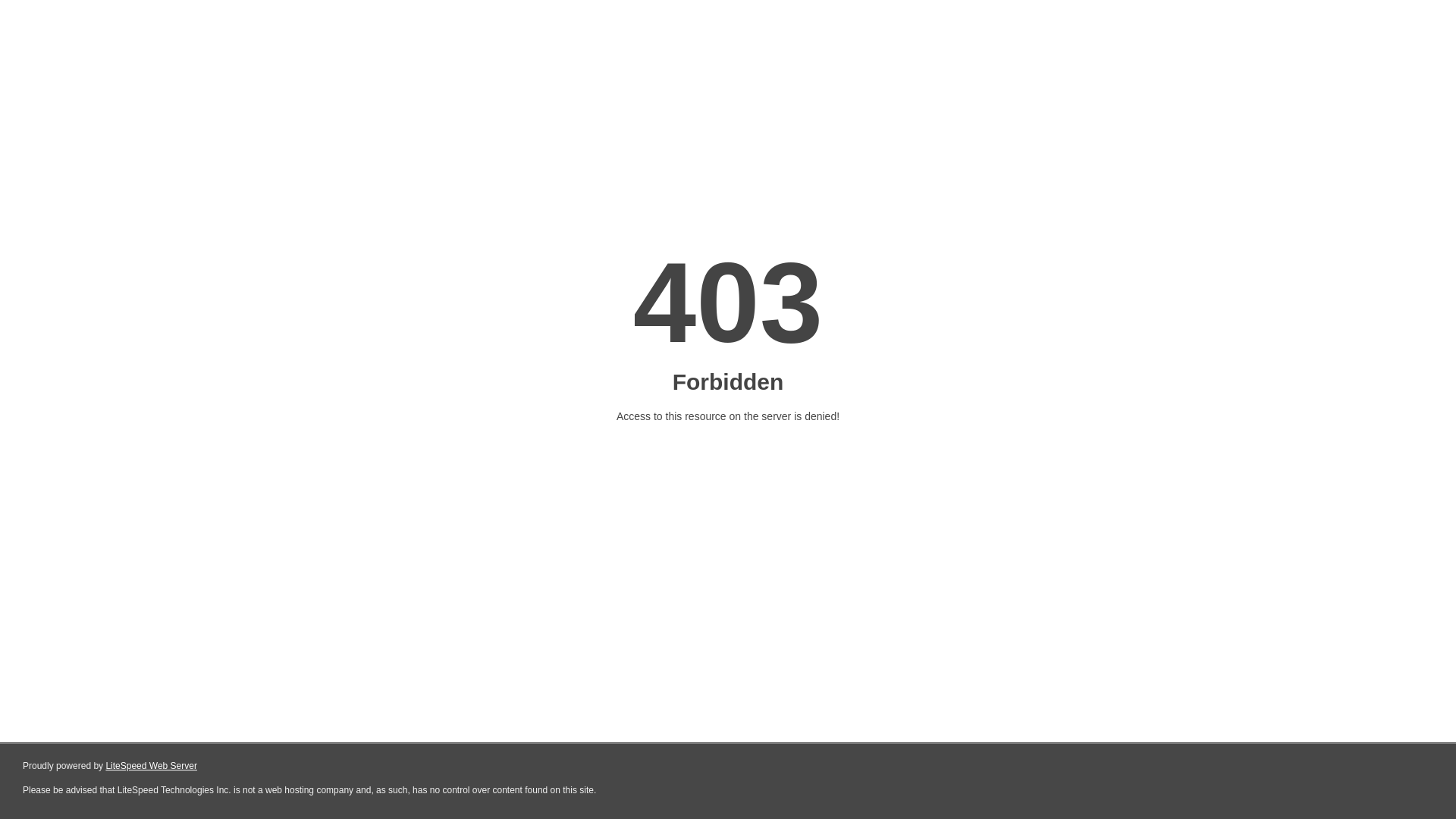 This screenshot has width=1456, height=819. Describe the element at coordinates (151, 766) in the screenshot. I see `'LiteSpeed Web Server'` at that location.